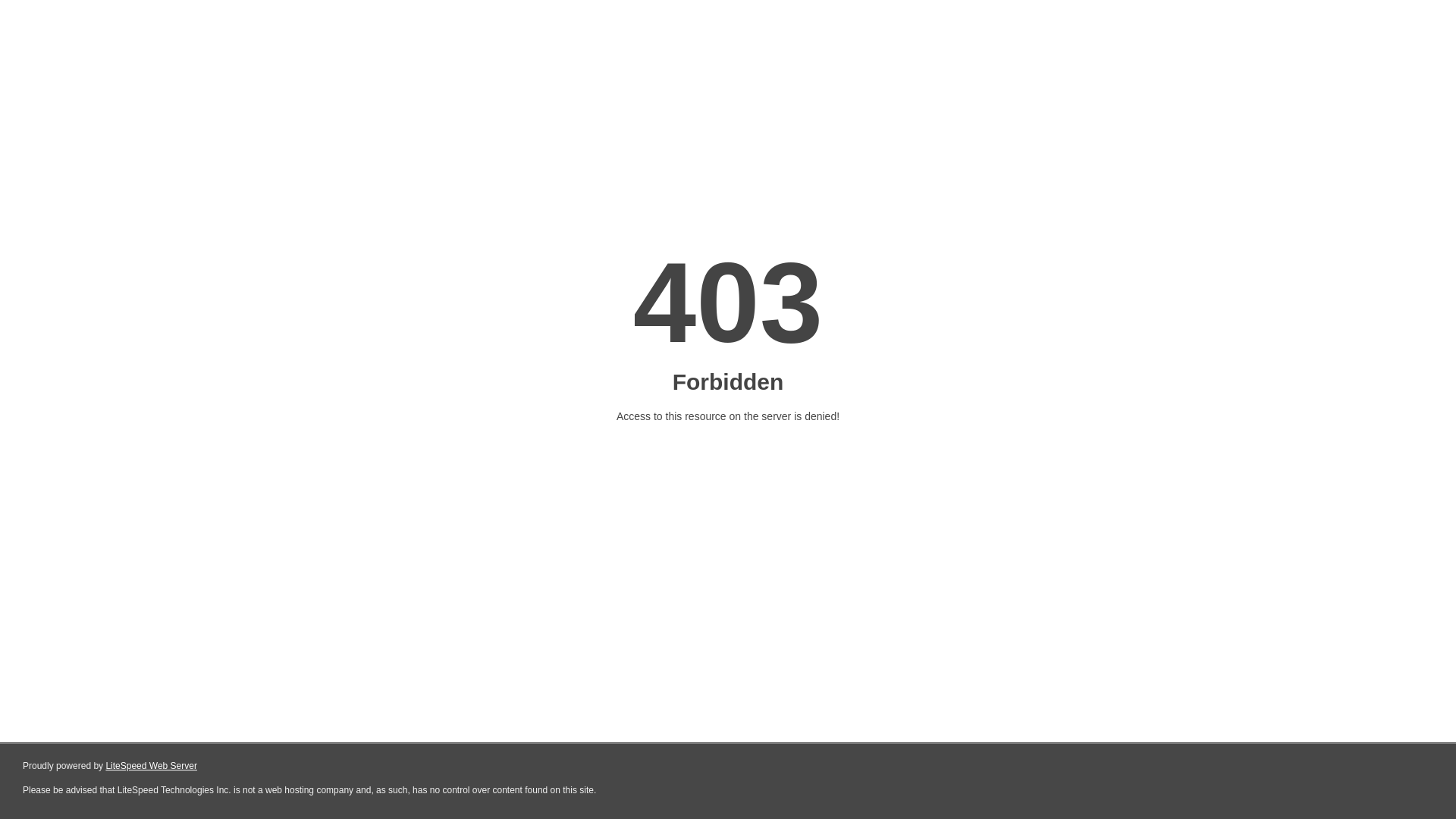 This screenshot has width=1456, height=819. Describe the element at coordinates (151, 766) in the screenshot. I see `'LiteSpeed Web Server'` at that location.